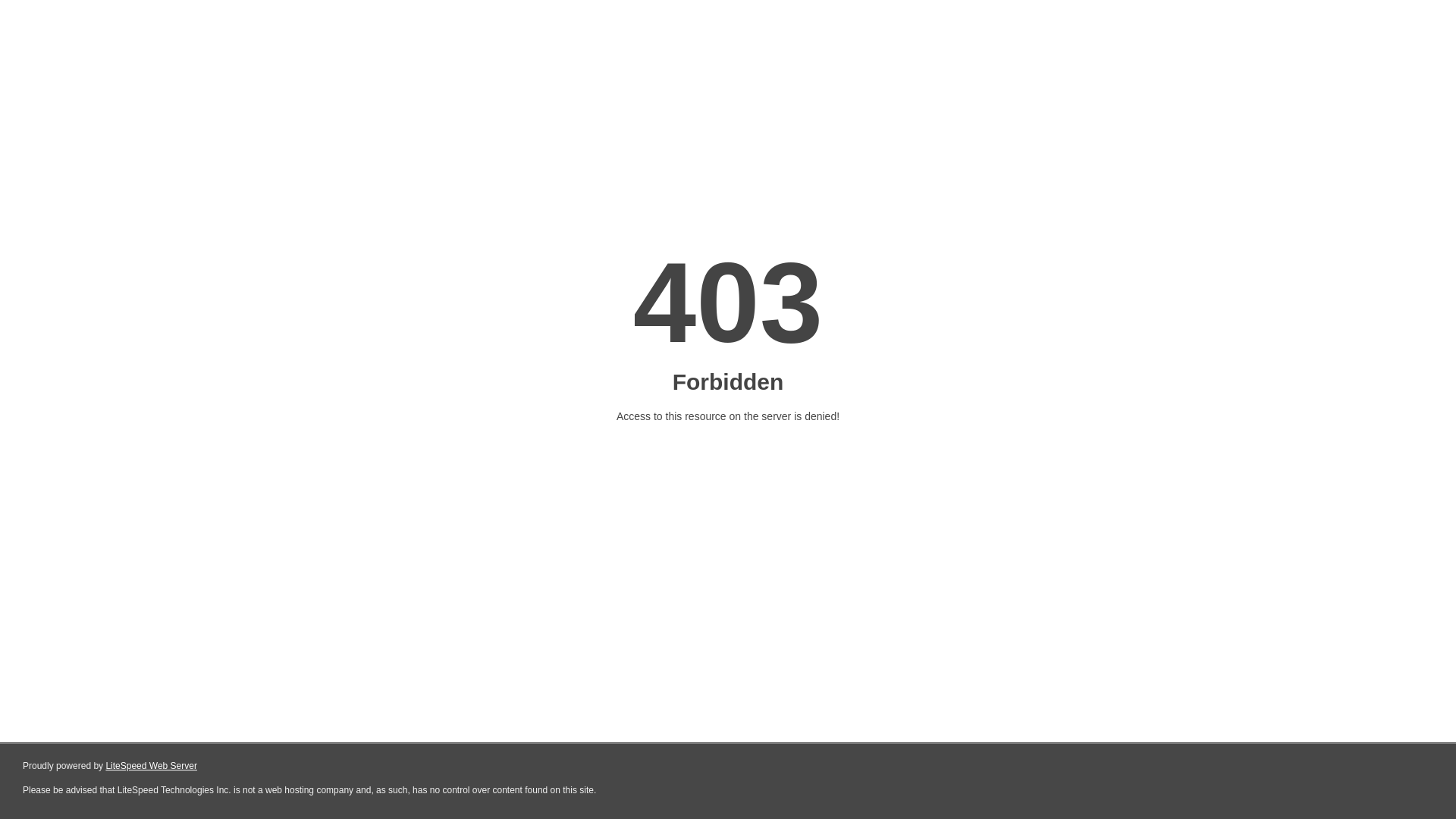 This screenshot has width=1456, height=819. Describe the element at coordinates (151, 766) in the screenshot. I see `'LiteSpeed Web Server'` at that location.